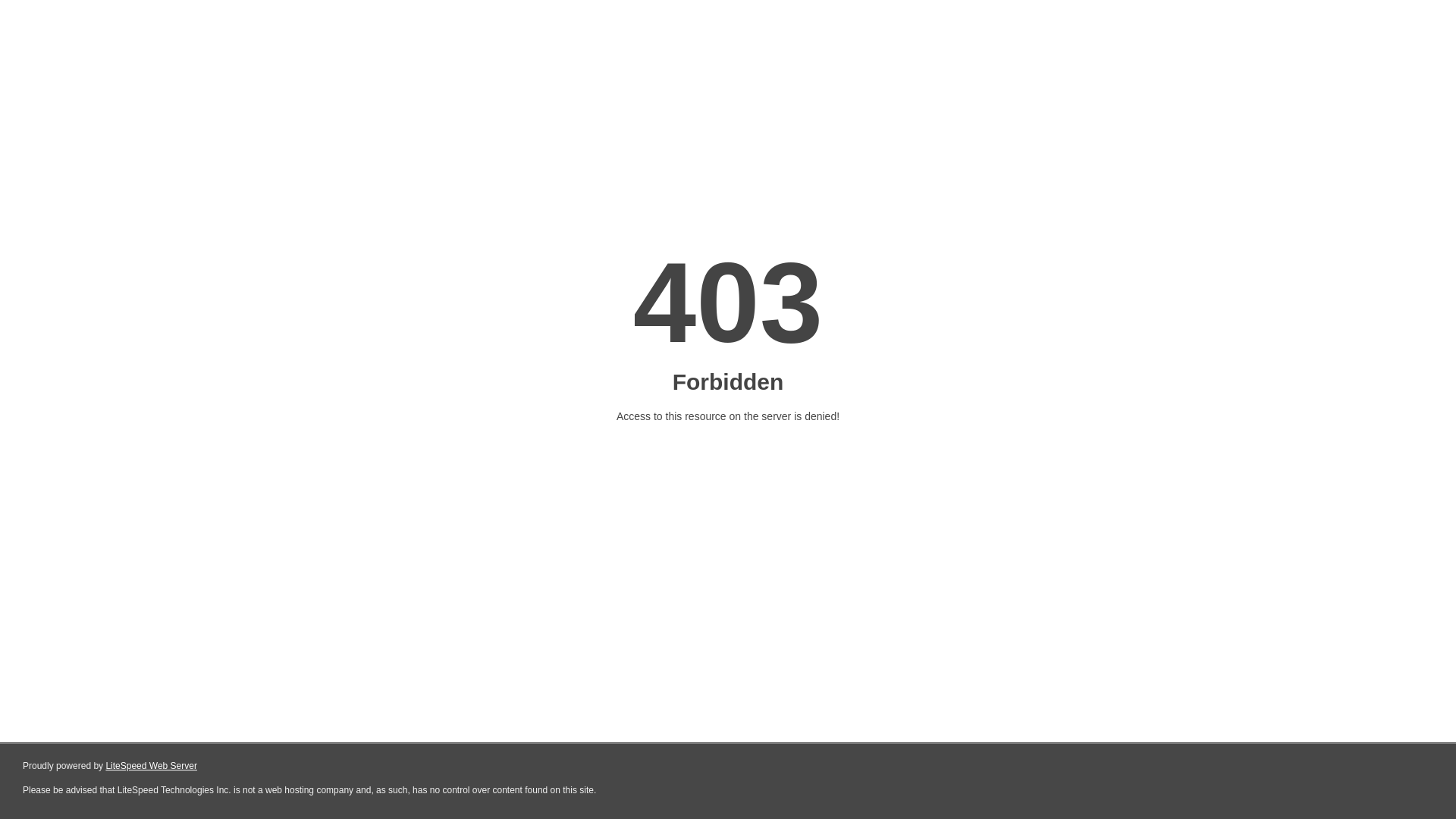 This screenshot has width=1456, height=819. Describe the element at coordinates (151, 766) in the screenshot. I see `'LiteSpeed Web Server'` at that location.